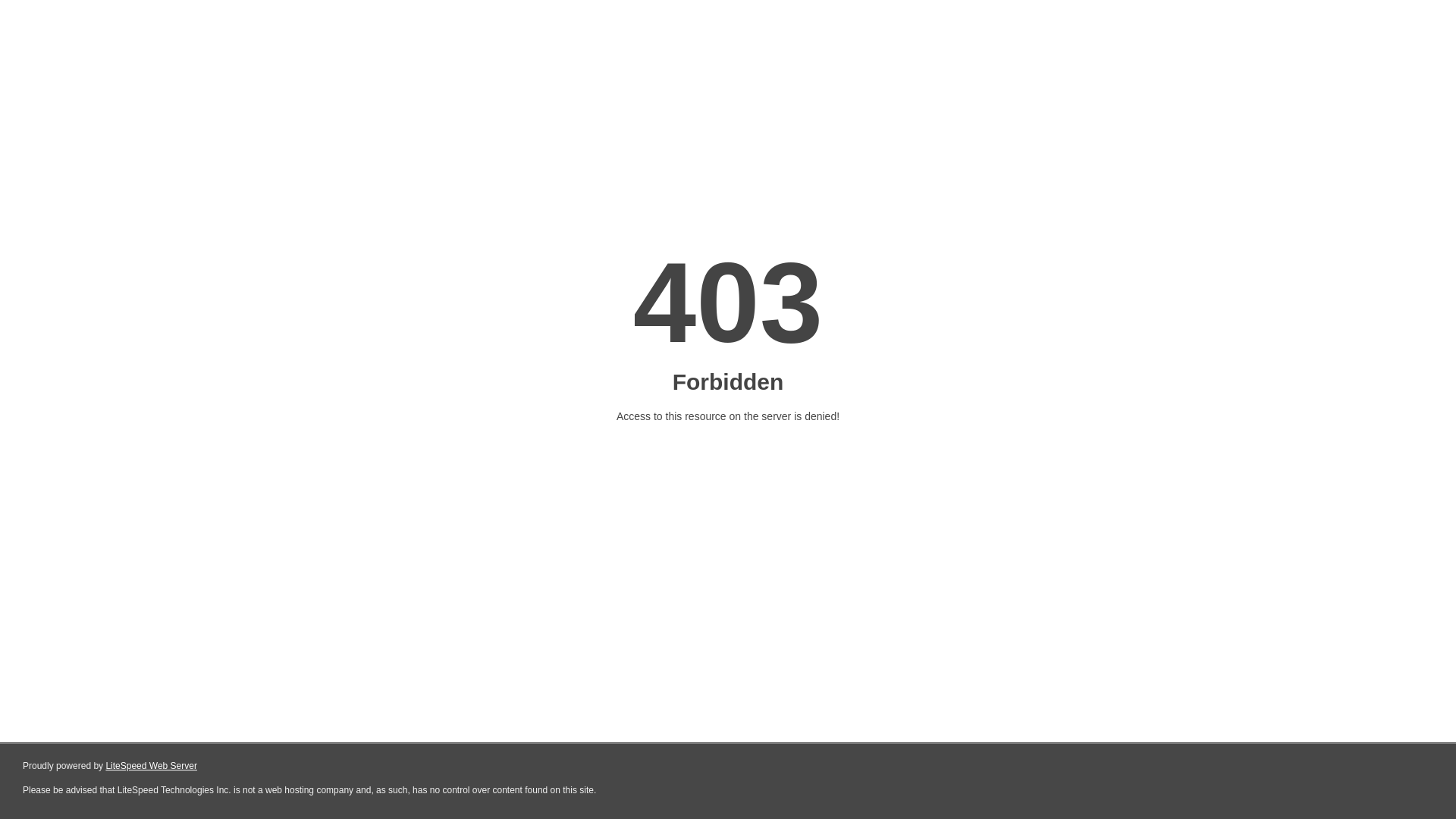 This screenshot has width=1456, height=819. Describe the element at coordinates (151, 766) in the screenshot. I see `'LiteSpeed Web Server'` at that location.